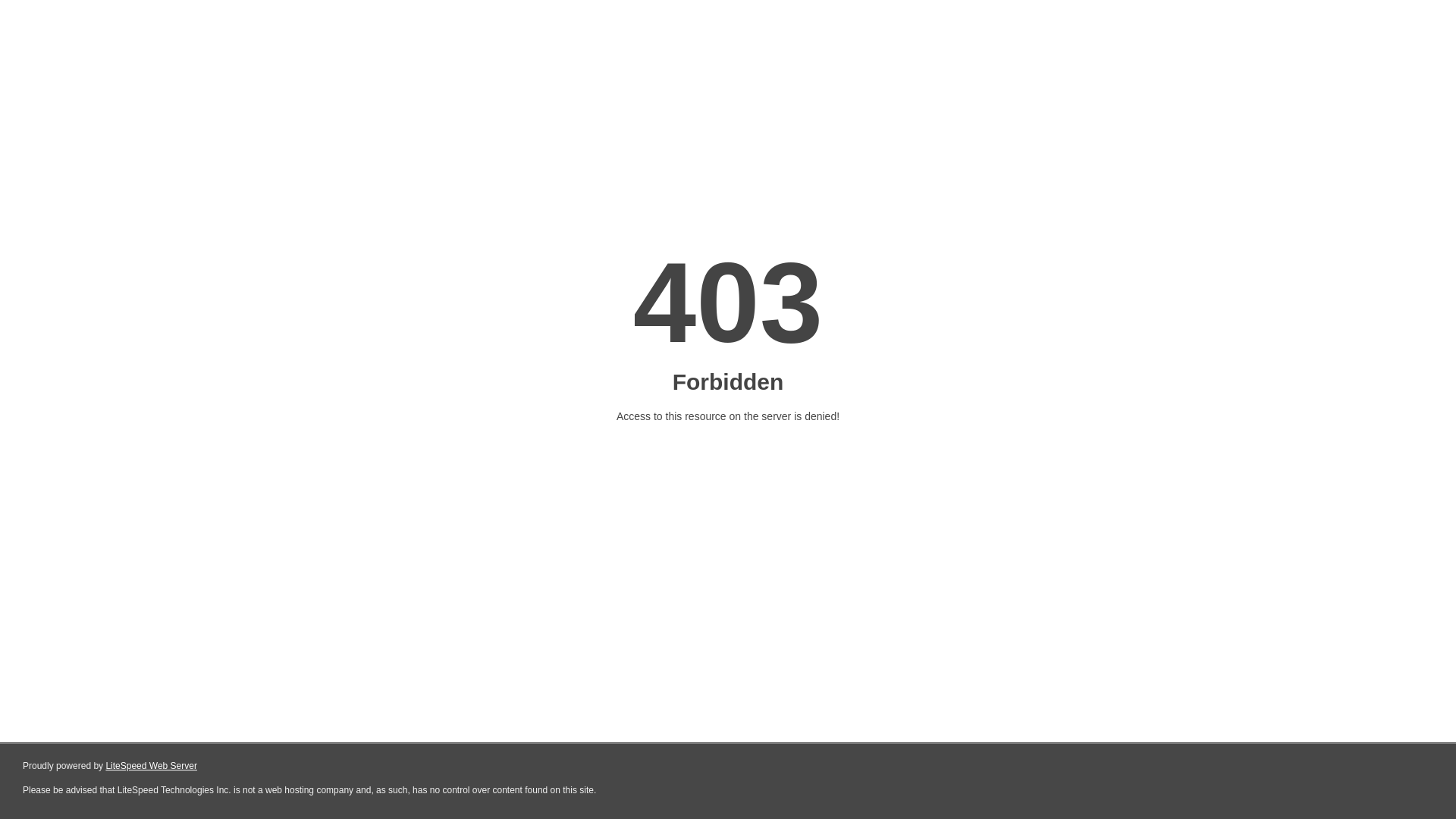 This screenshot has width=1456, height=819. Describe the element at coordinates (151, 766) in the screenshot. I see `'LiteSpeed Web Server'` at that location.